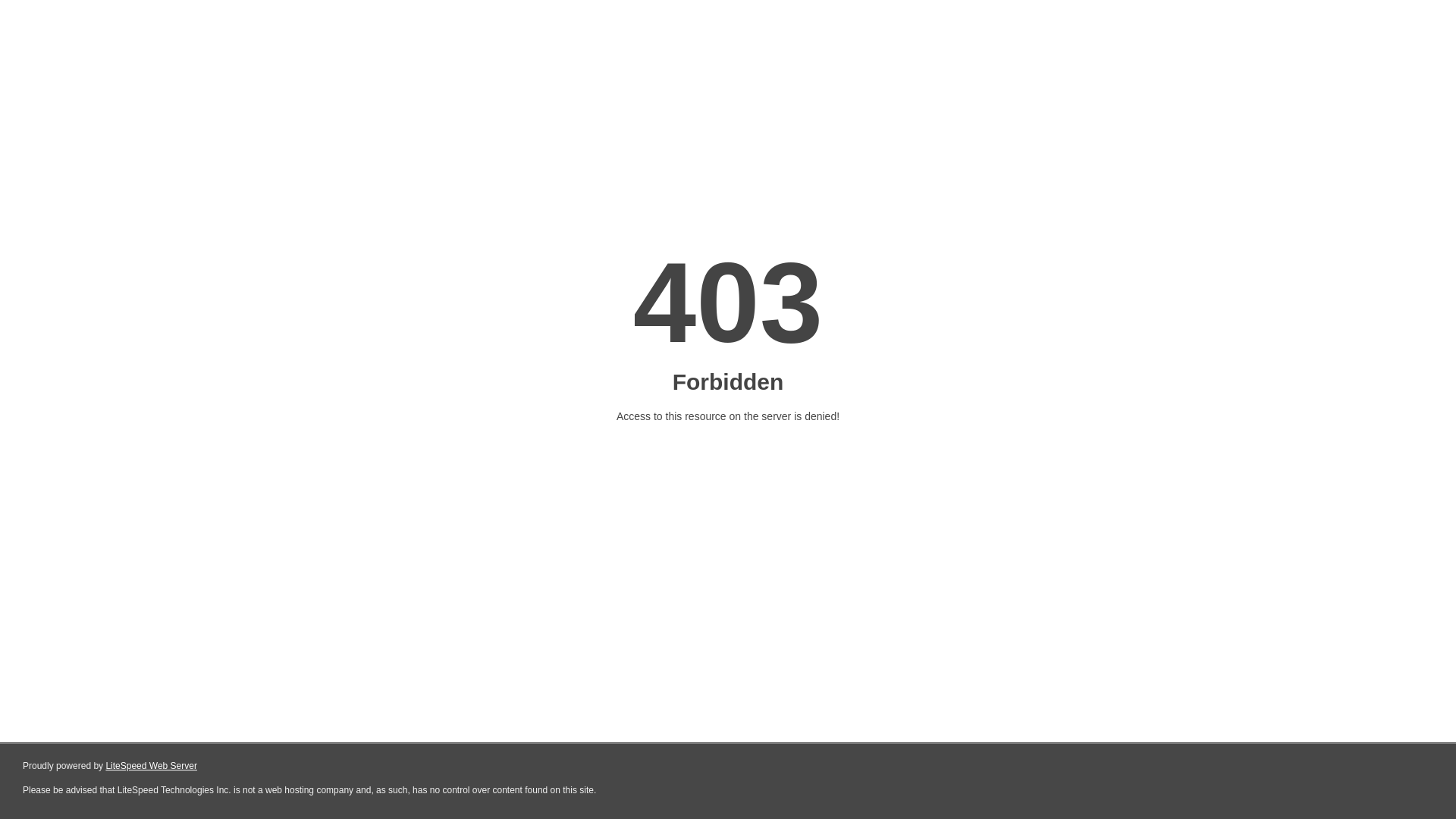 This screenshot has width=1456, height=819. Describe the element at coordinates (151, 766) in the screenshot. I see `'LiteSpeed Web Server'` at that location.